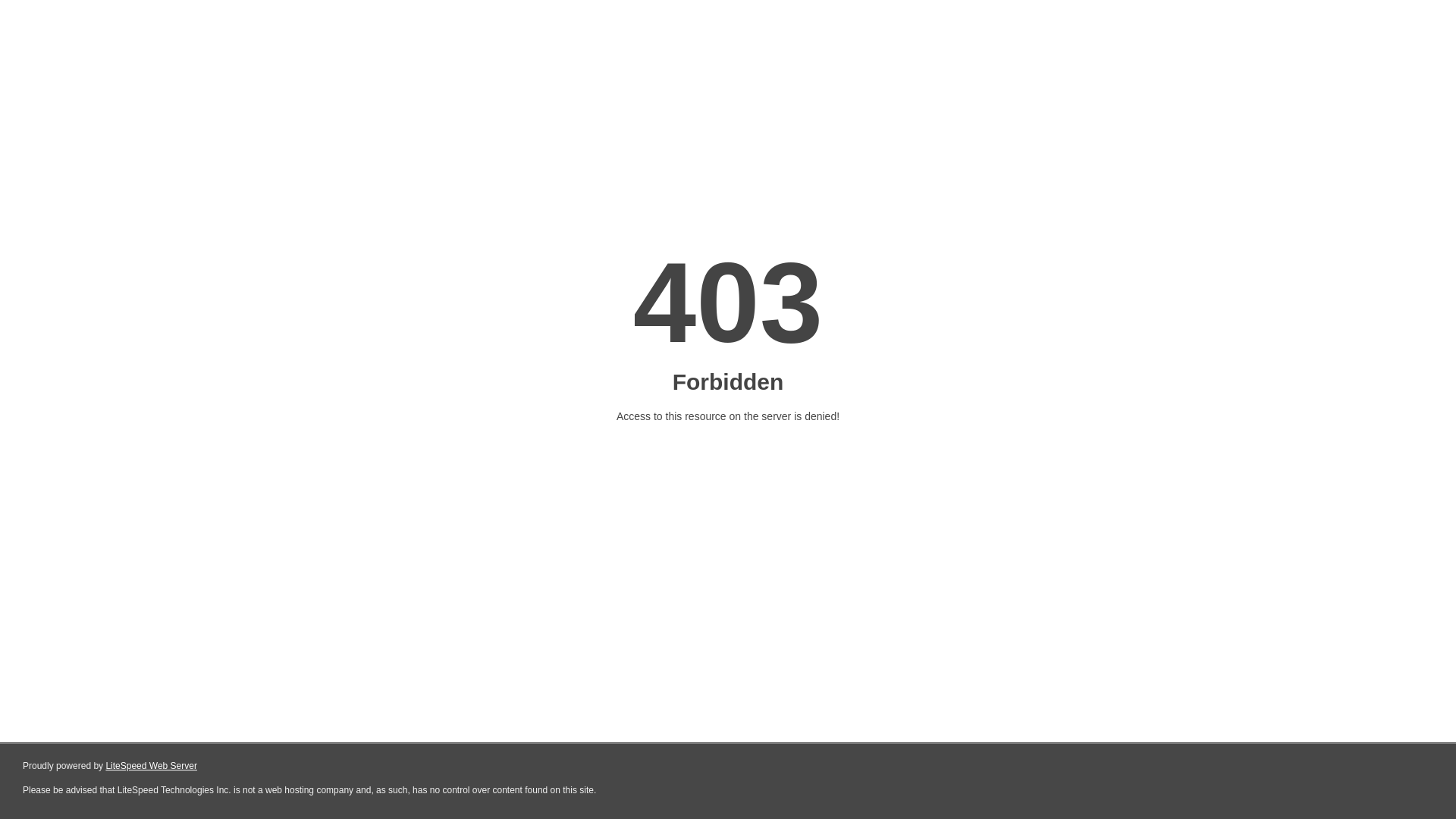 This screenshot has width=1456, height=819. Describe the element at coordinates (151, 766) in the screenshot. I see `'LiteSpeed Web Server'` at that location.